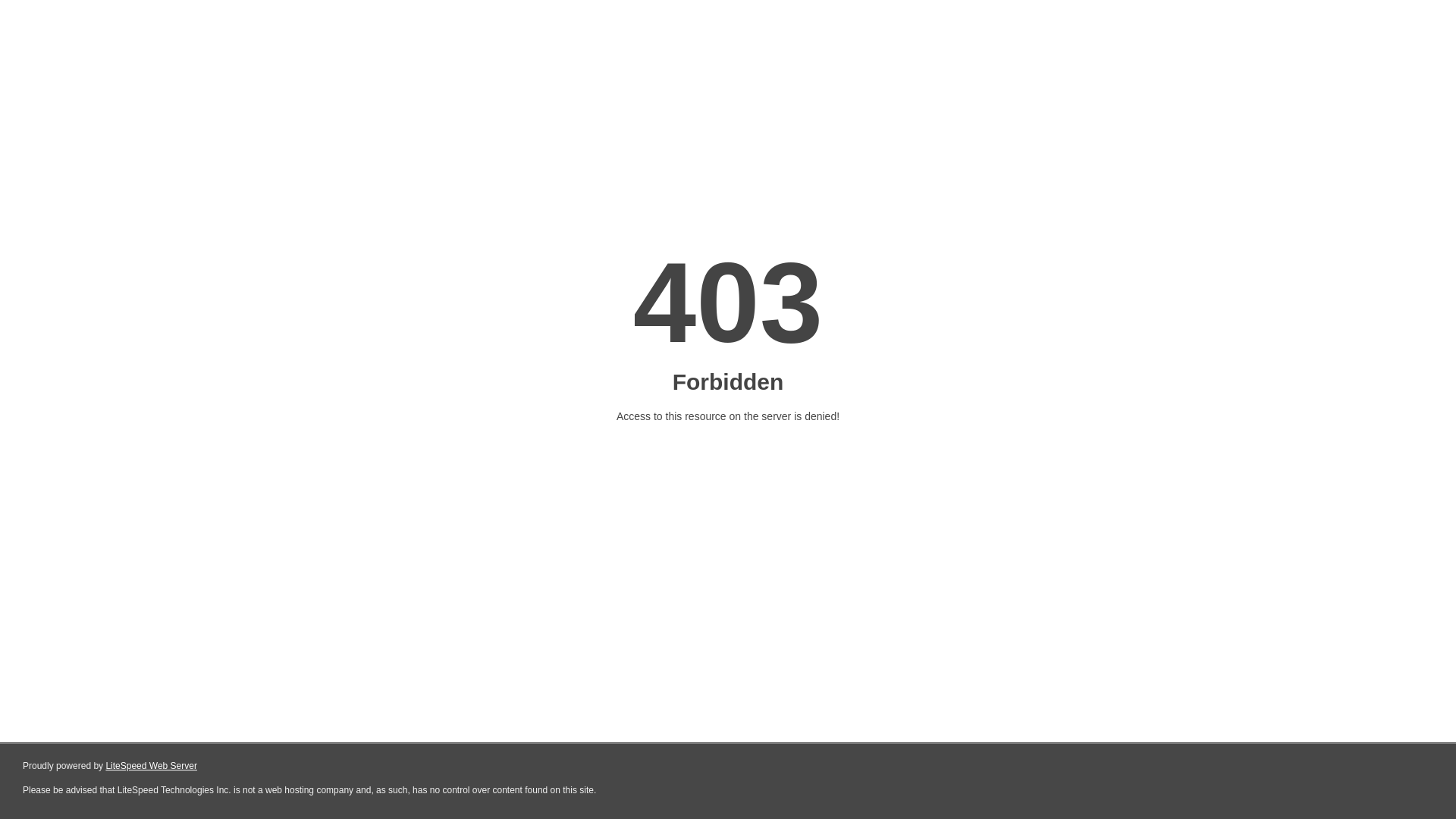 This screenshot has width=1456, height=819. Describe the element at coordinates (151, 766) in the screenshot. I see `'LiteSpeed Web Server'` at that location.